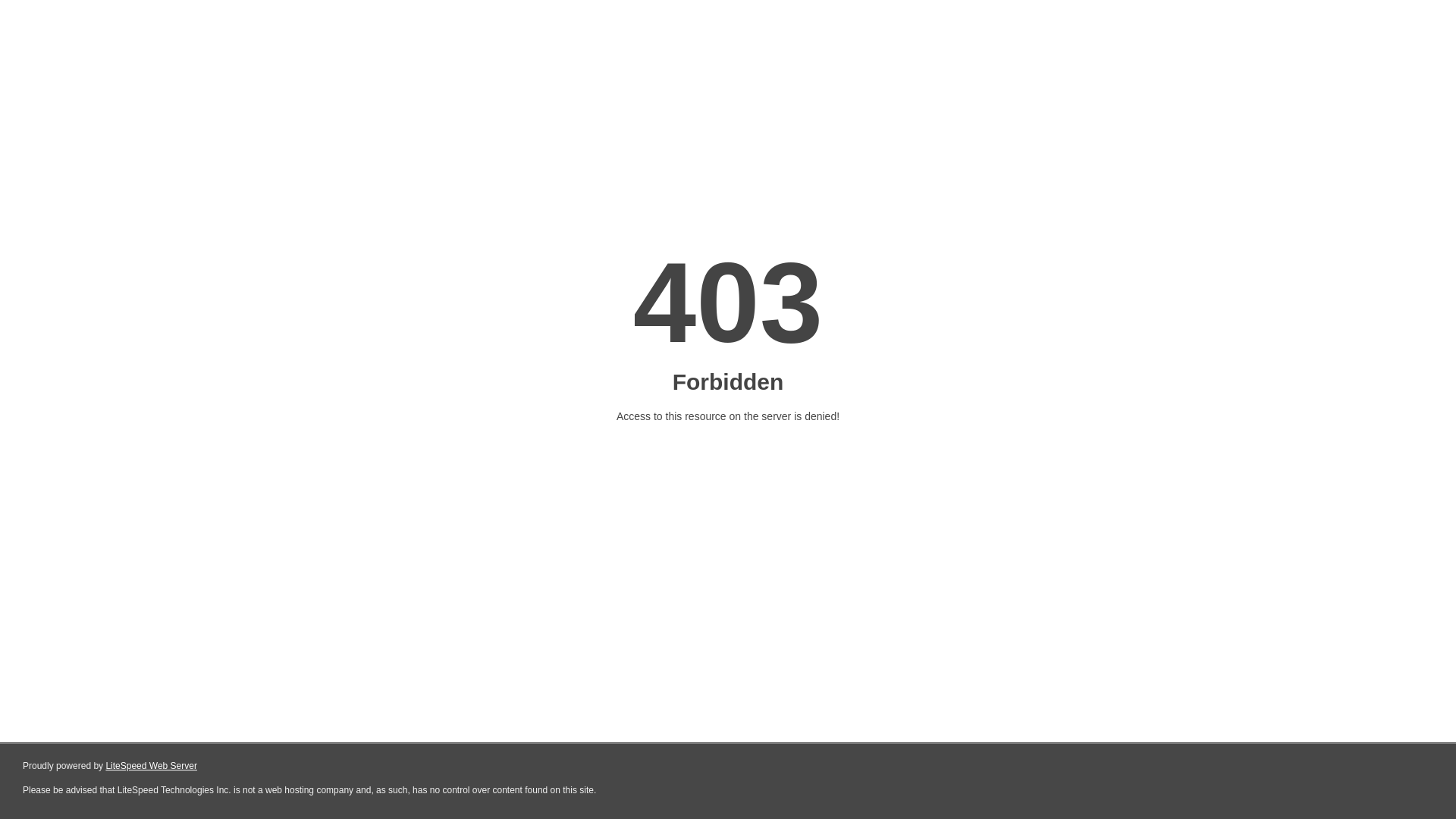 This screenshot has width=1456, height=819. Describe the element at coordinates (151, 766) in the screenshot. I see `'LiteSpeed Web Server'` at that location.